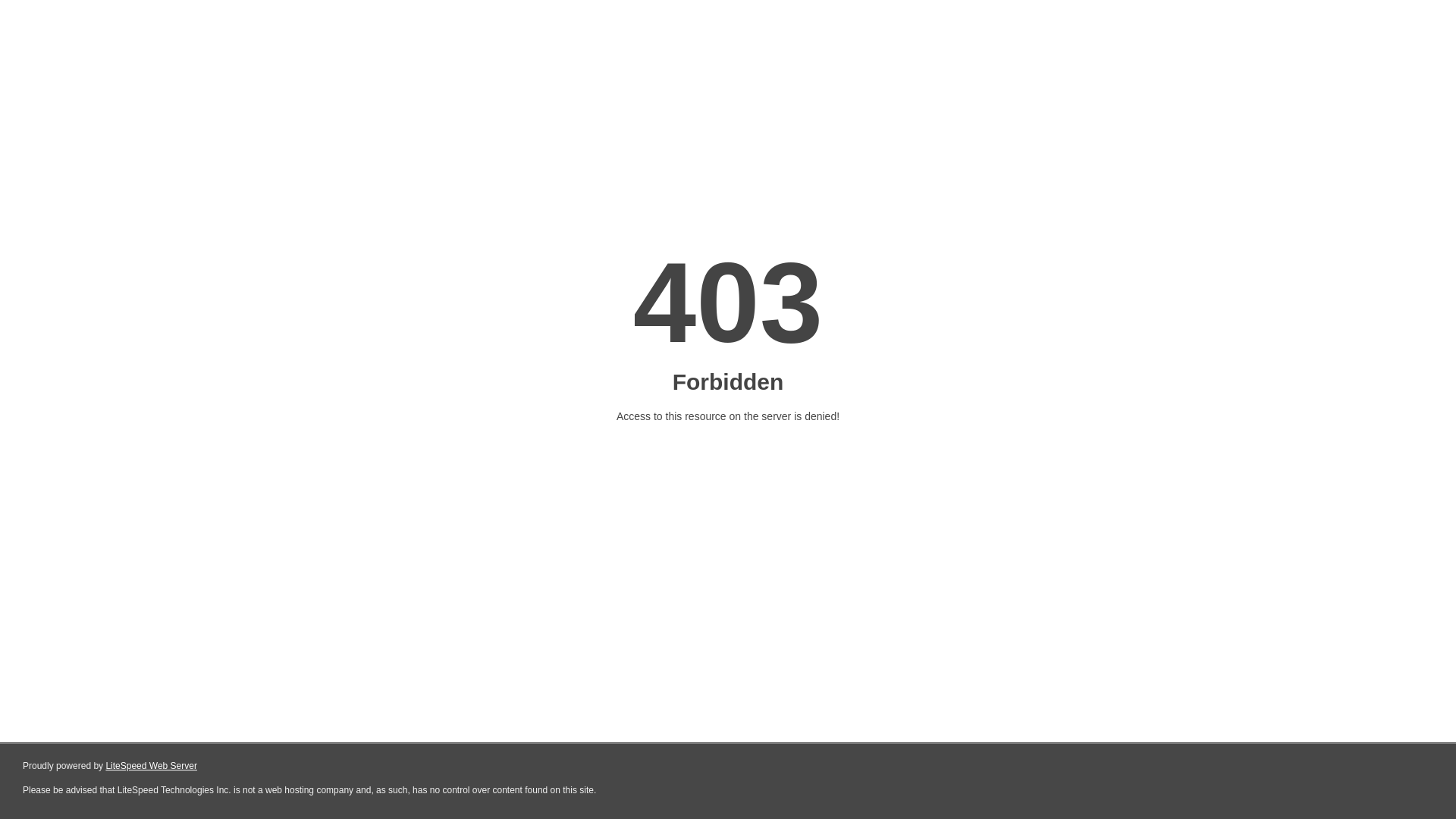 This screenshot has width=1456, height=819. Describe the element at coordinates (151, 766) in the screenshot. I see `'LiteSpeed Web Server'` at that location.